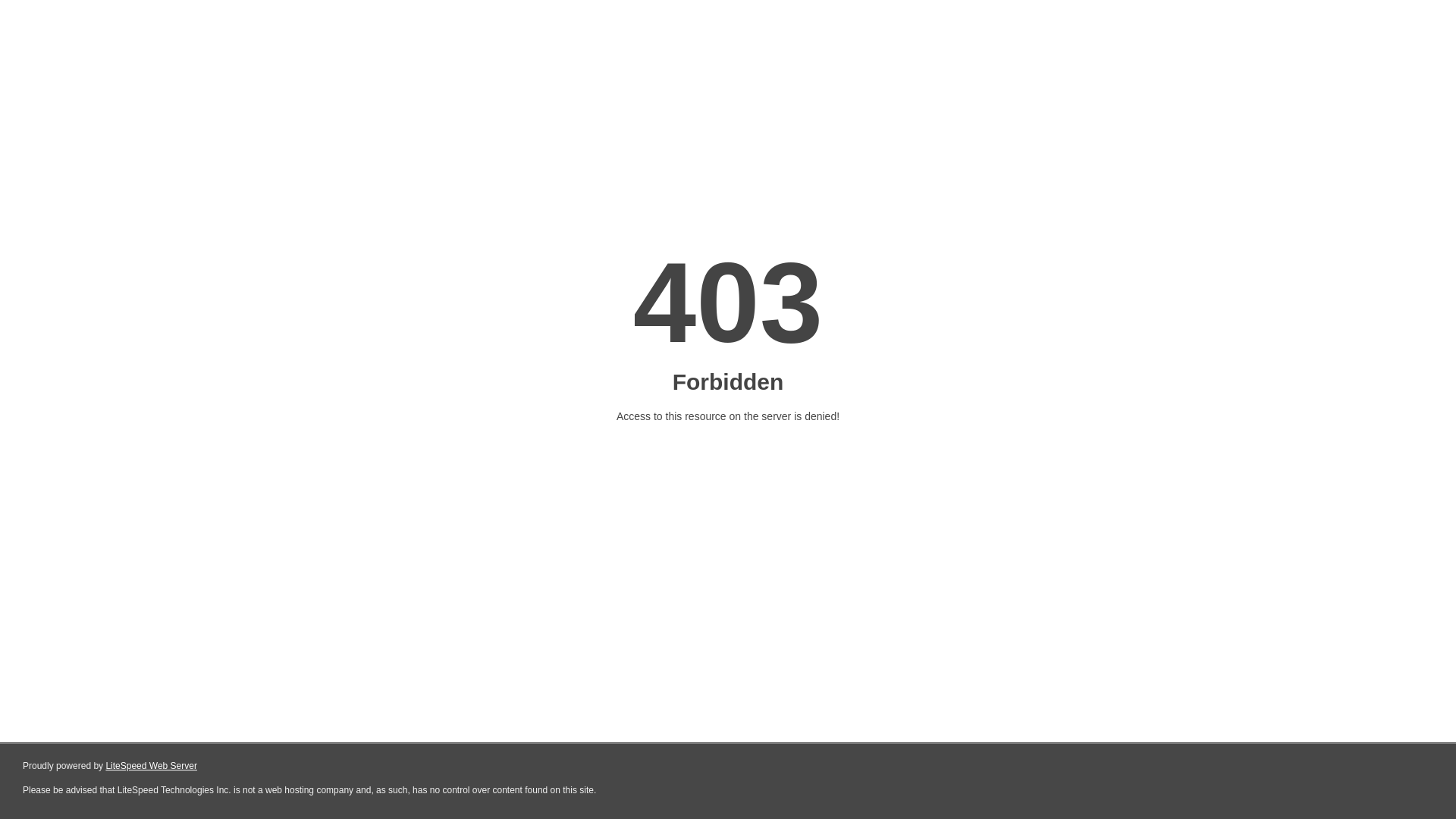 This screenshot has width=1456, height=819. Describe the element at coordinates (151, 766) in the screenshot. I see `'LiteSpeed Web Server'` at that location.